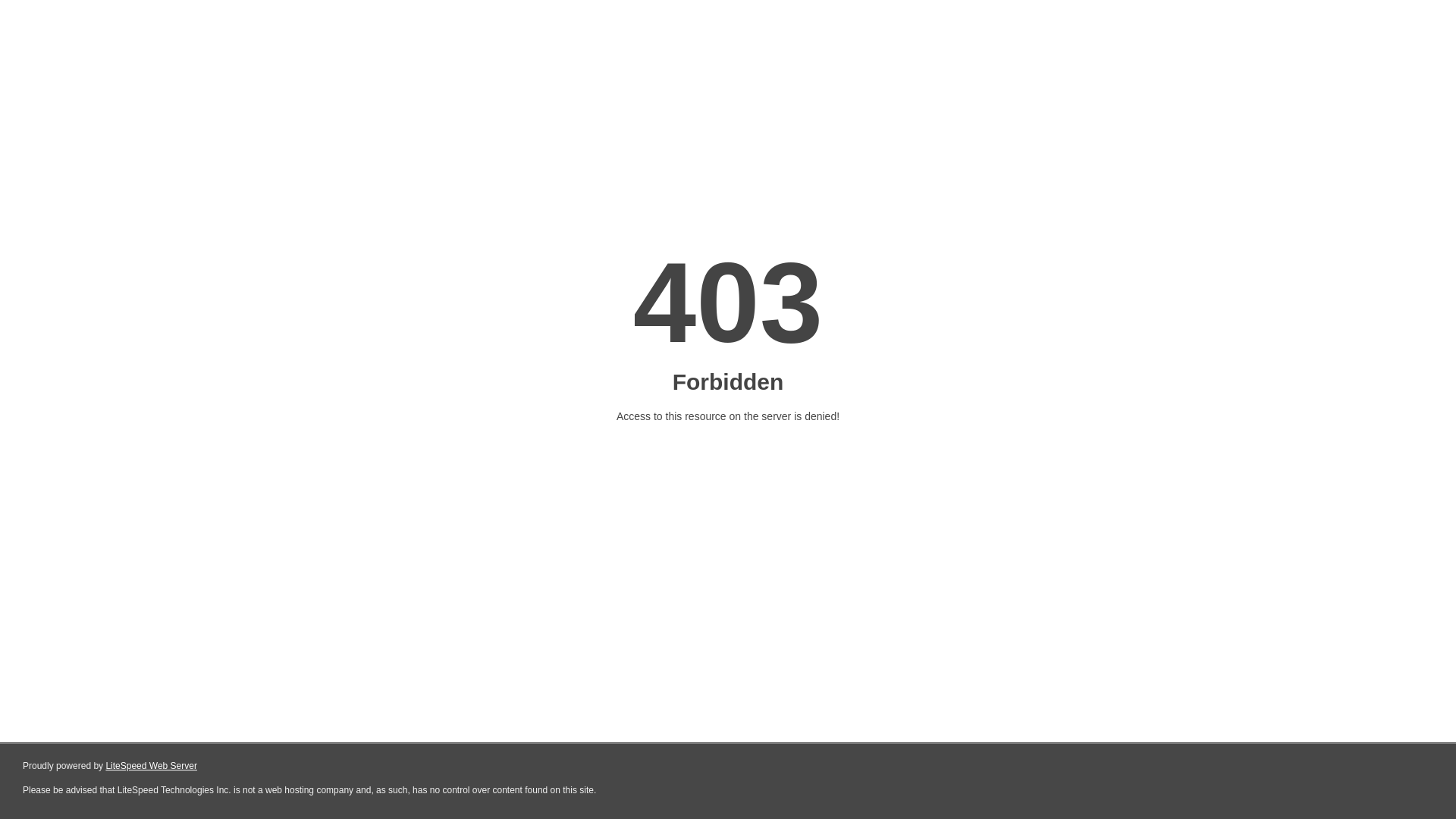 This screenshot has width=1456, height=819. Describe the element at coordinates (151, 766) in the screenshot. I see `'LiteSpeed Web Server'` at that location.